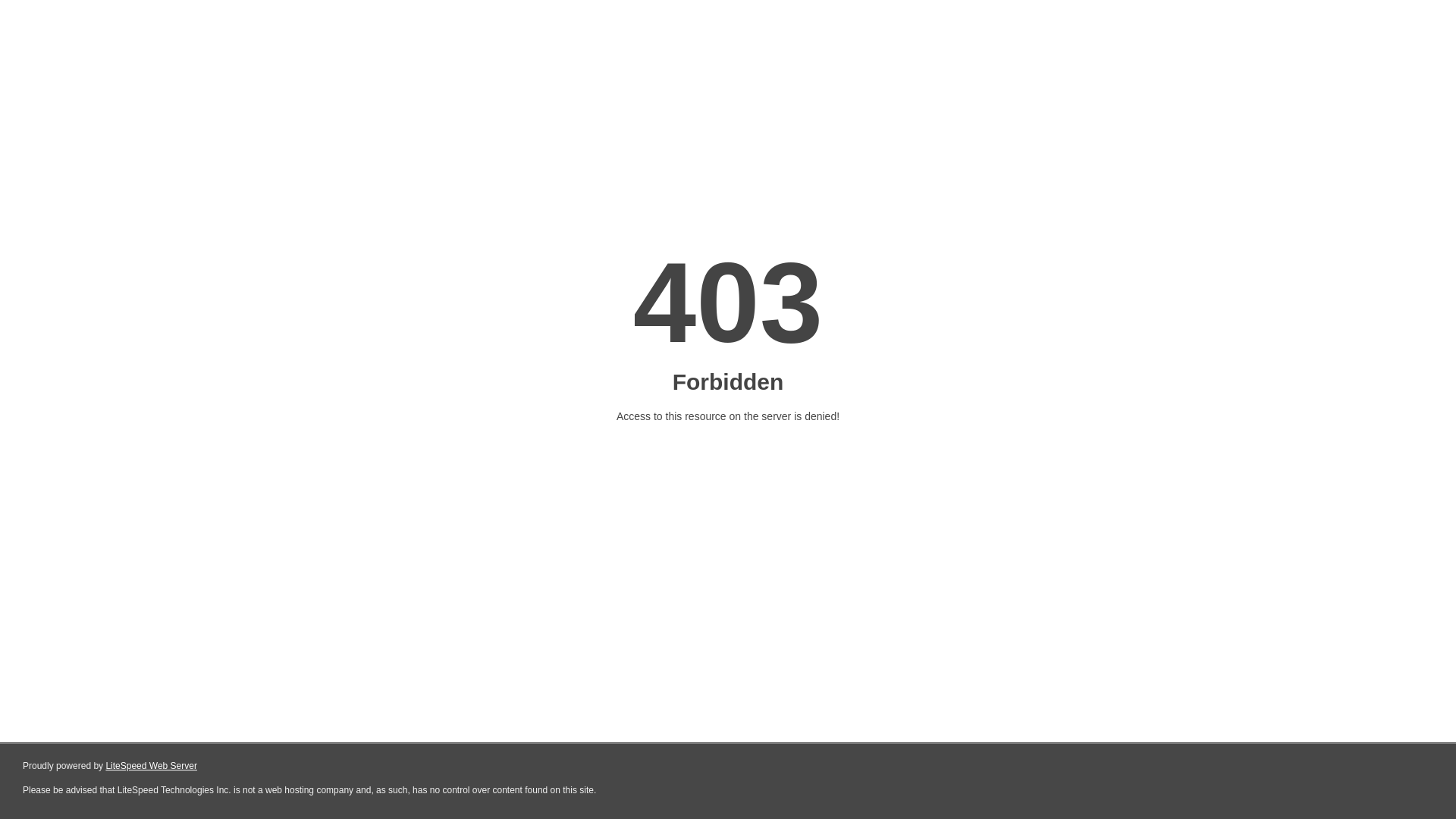 This screenshot has width=1456, height=819. Describe the element at coordinates (151, 766) in the screenshot. I see `'LiteSpeed Web Server'` at that location.